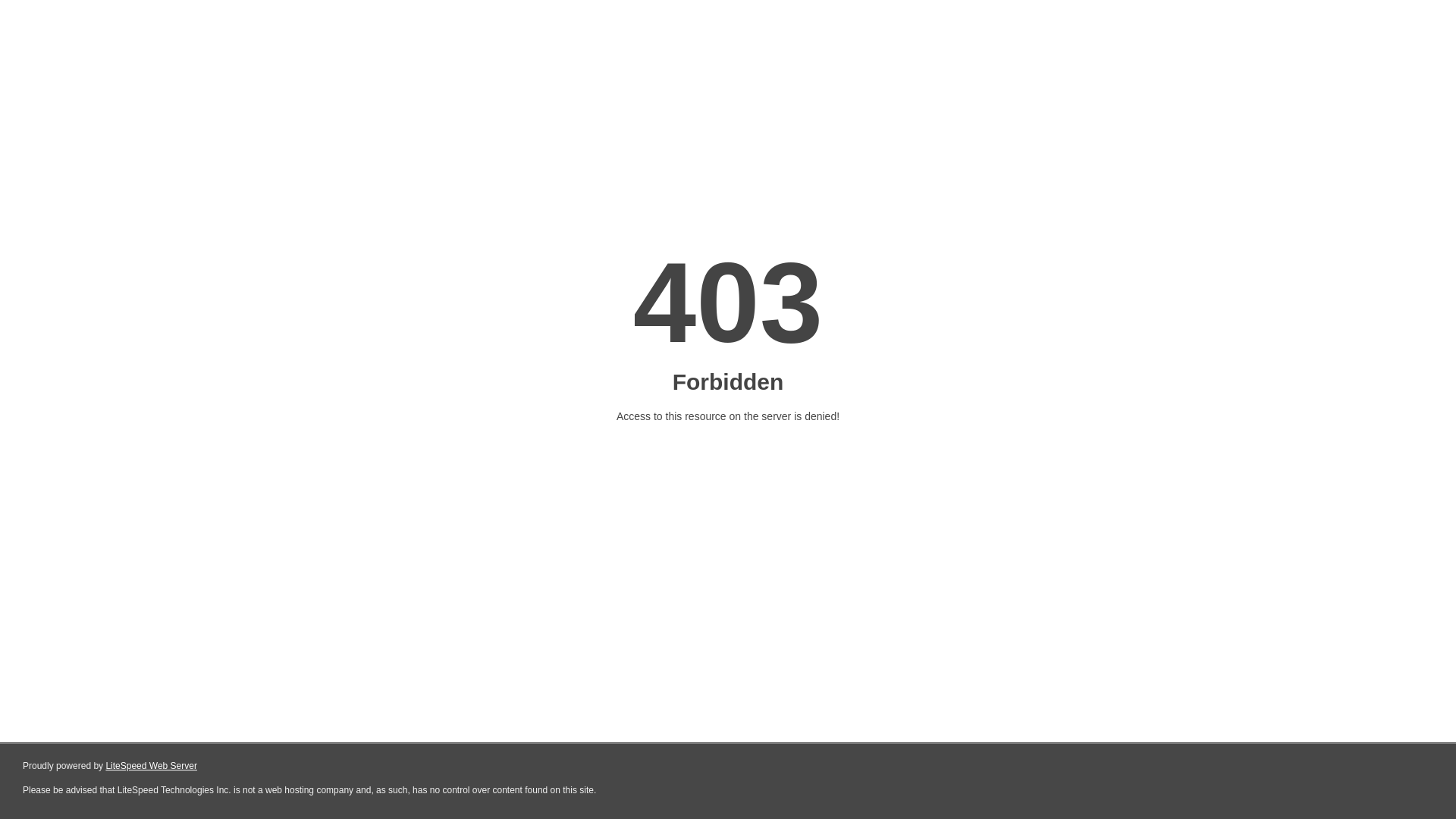 This screenshot has width=1456, height=819. Describe the element at coordinates (151, 766) in the screenshot. I see `'LiteSpeed Web Server'` at that location.